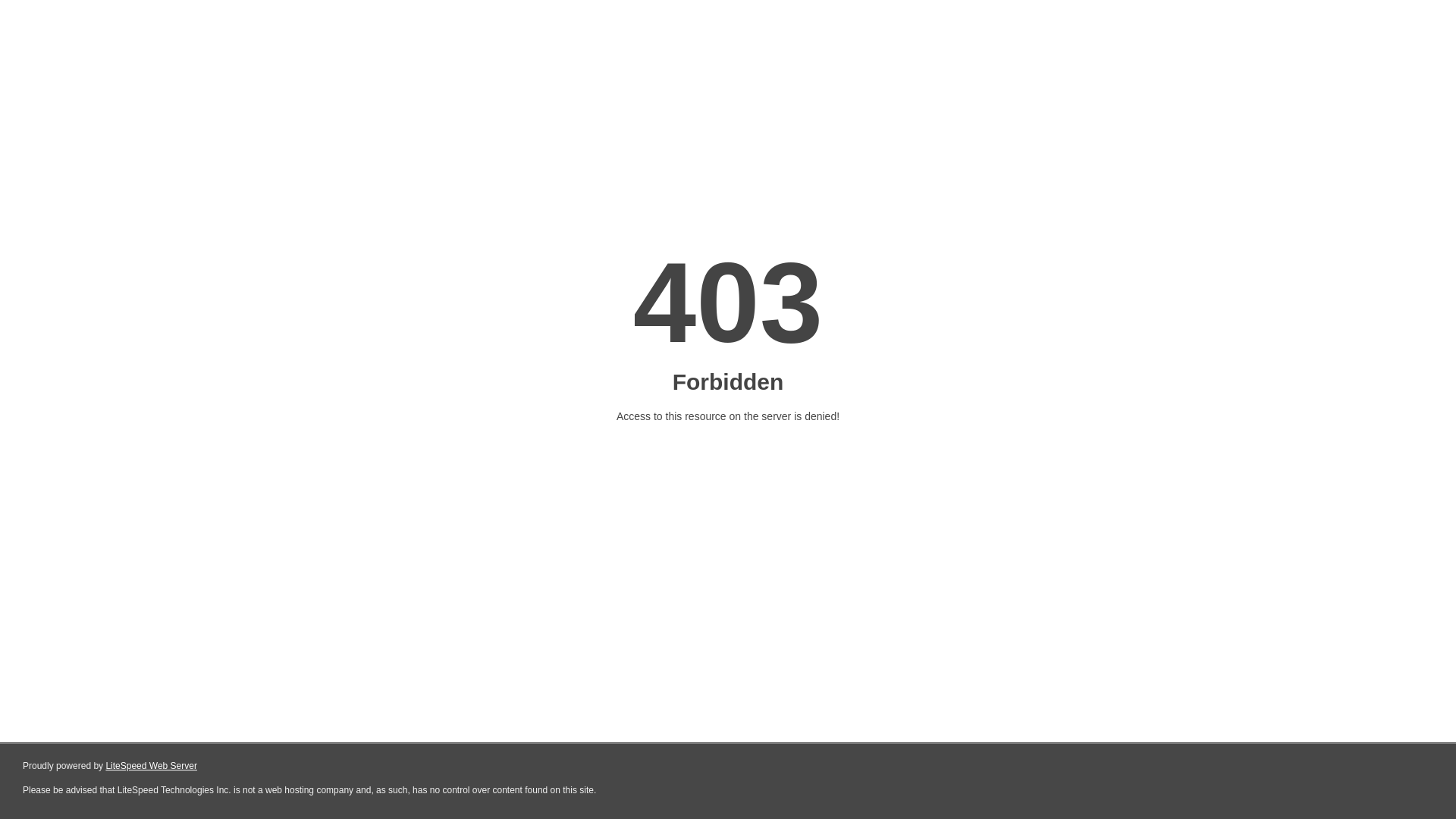 This screenshot has width=1456, height=819. Describe the element at coordinates (151, 766) in the screenshot. I see `'LiteSpeed Web Server'` at that location.